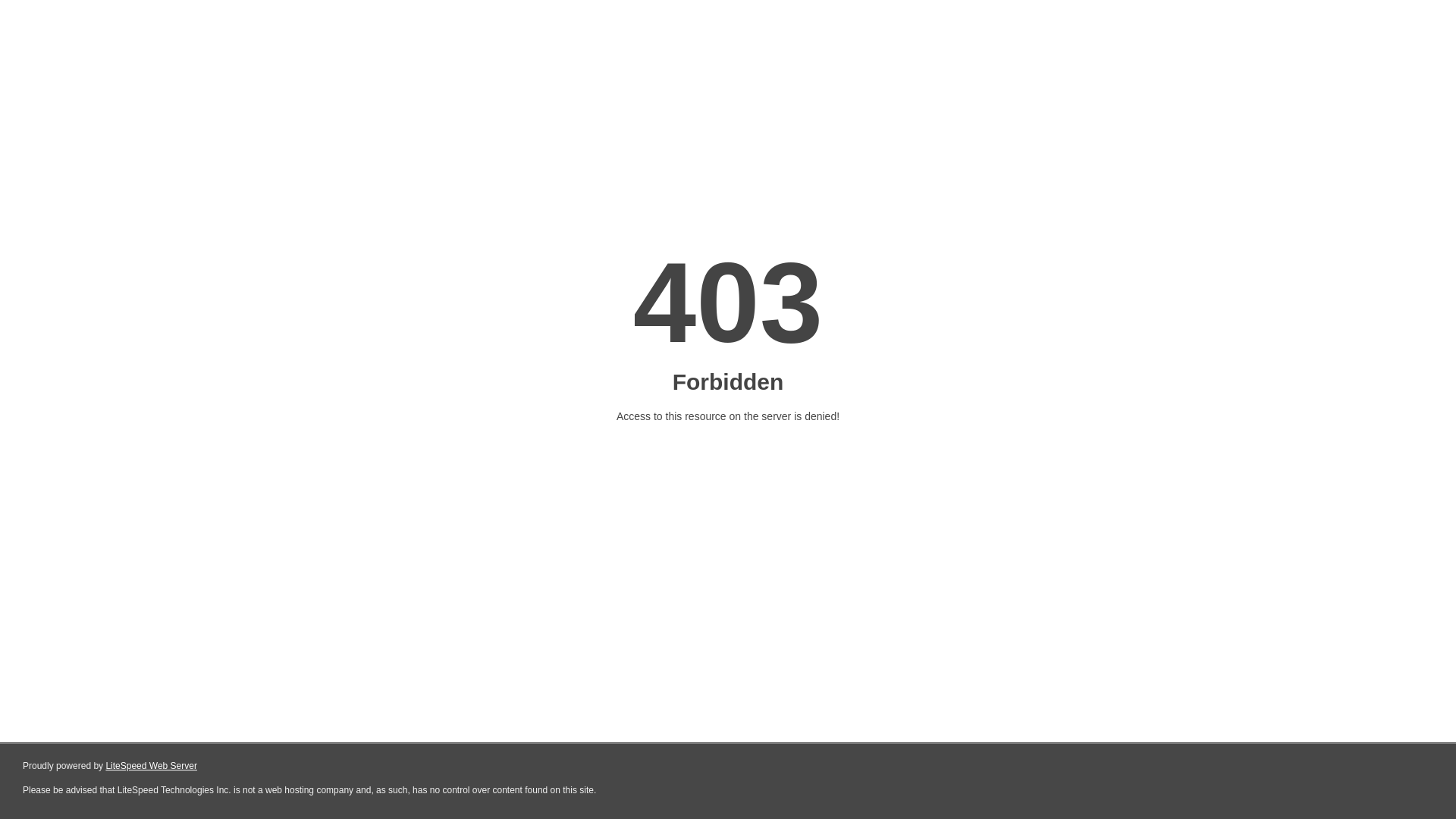 This screenshot has width=1456, height=819. Describe the element at coordinates (151, 766) in the screenshot. I see `'LiteSpeed Web Server'` at that location.